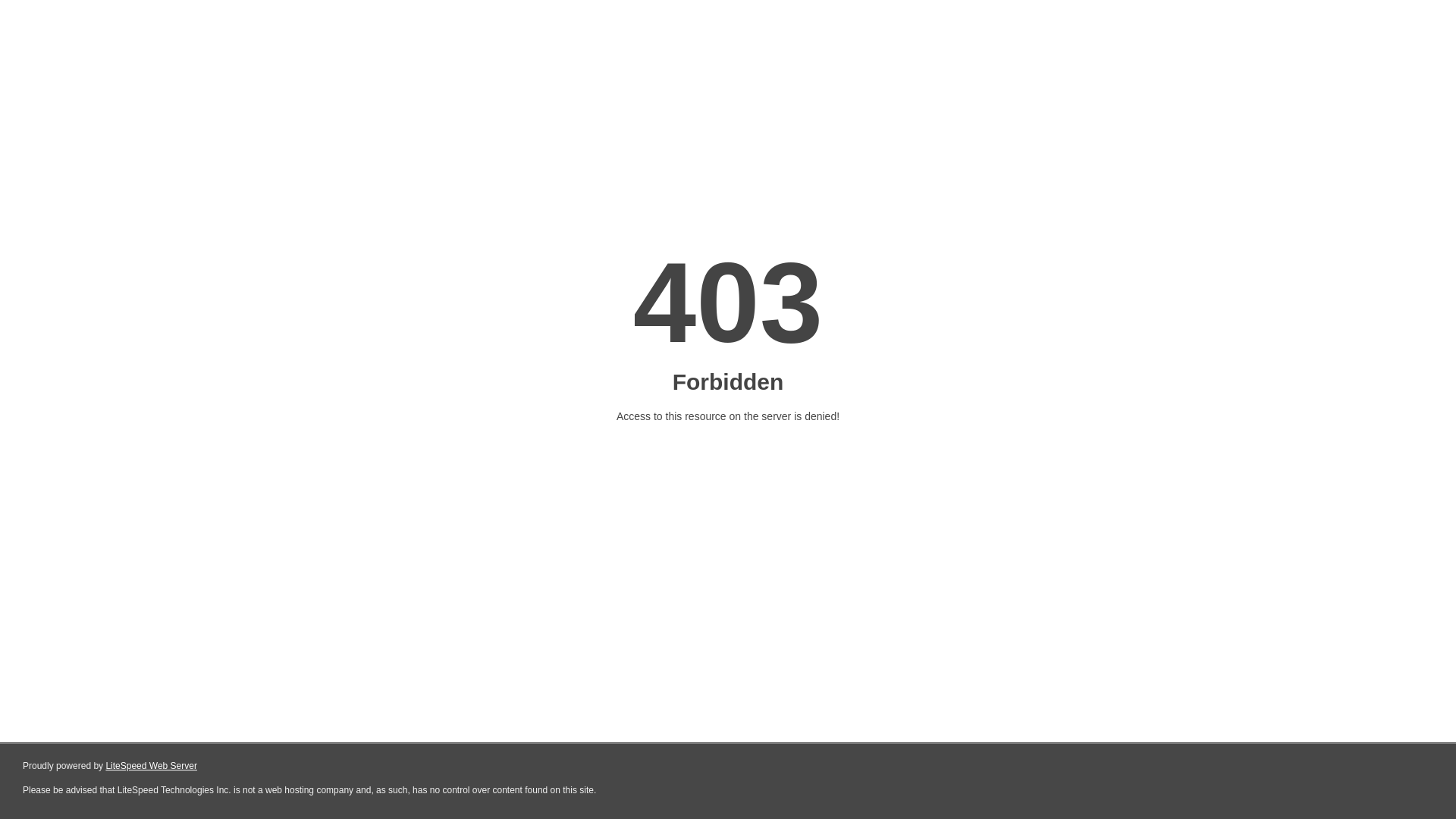 This screenshot has width=1456, height=819. Describe the element at coordinates (151, 766) in the screenshot. I see `'LiteSpeed Web Server'` at that location.